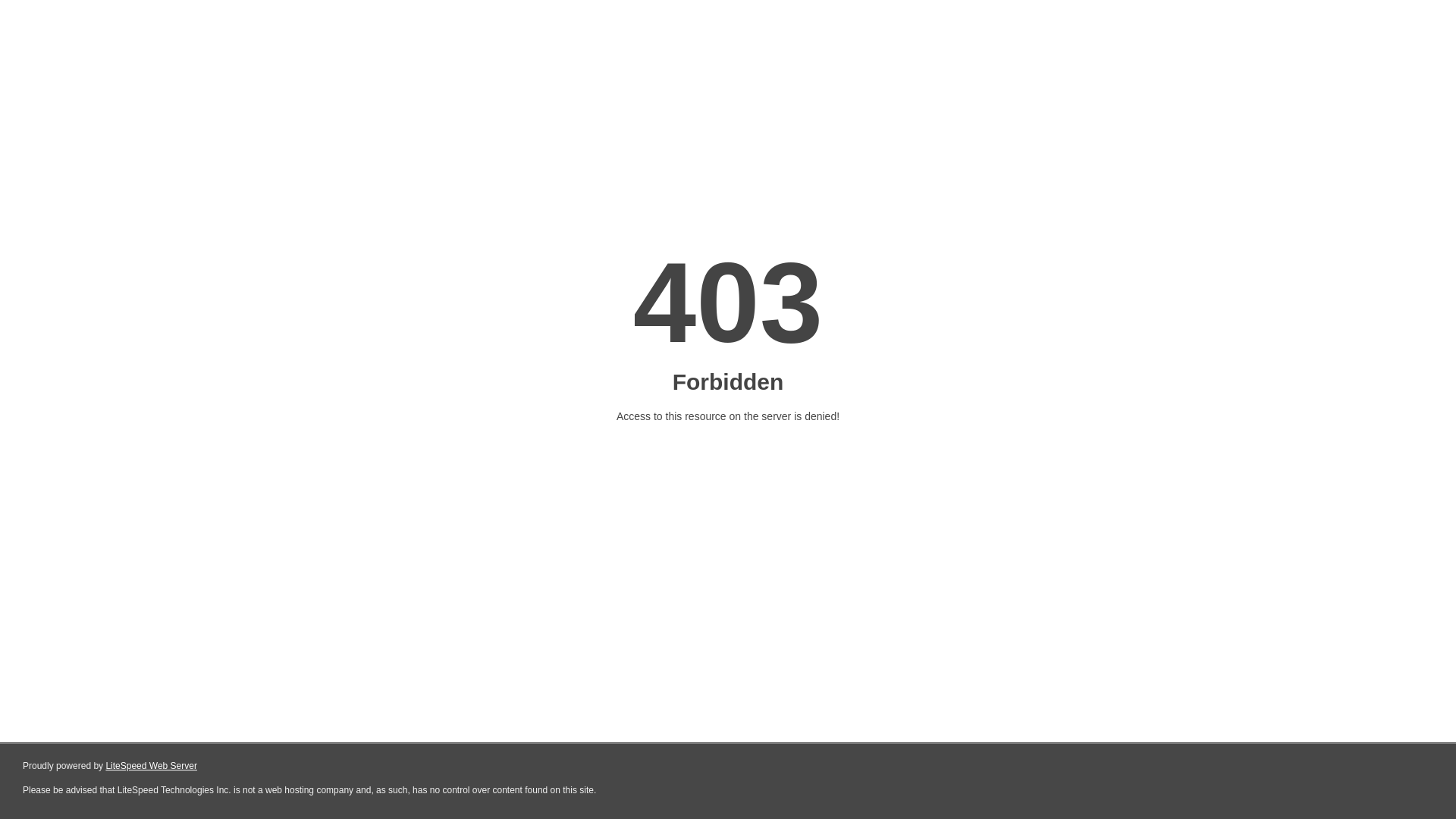 This screenshot has width=1456, height=819. Describe the element at coordinates (151, 766) in the screenshot. I see `'LiteSpeed Web Server'` at that location.